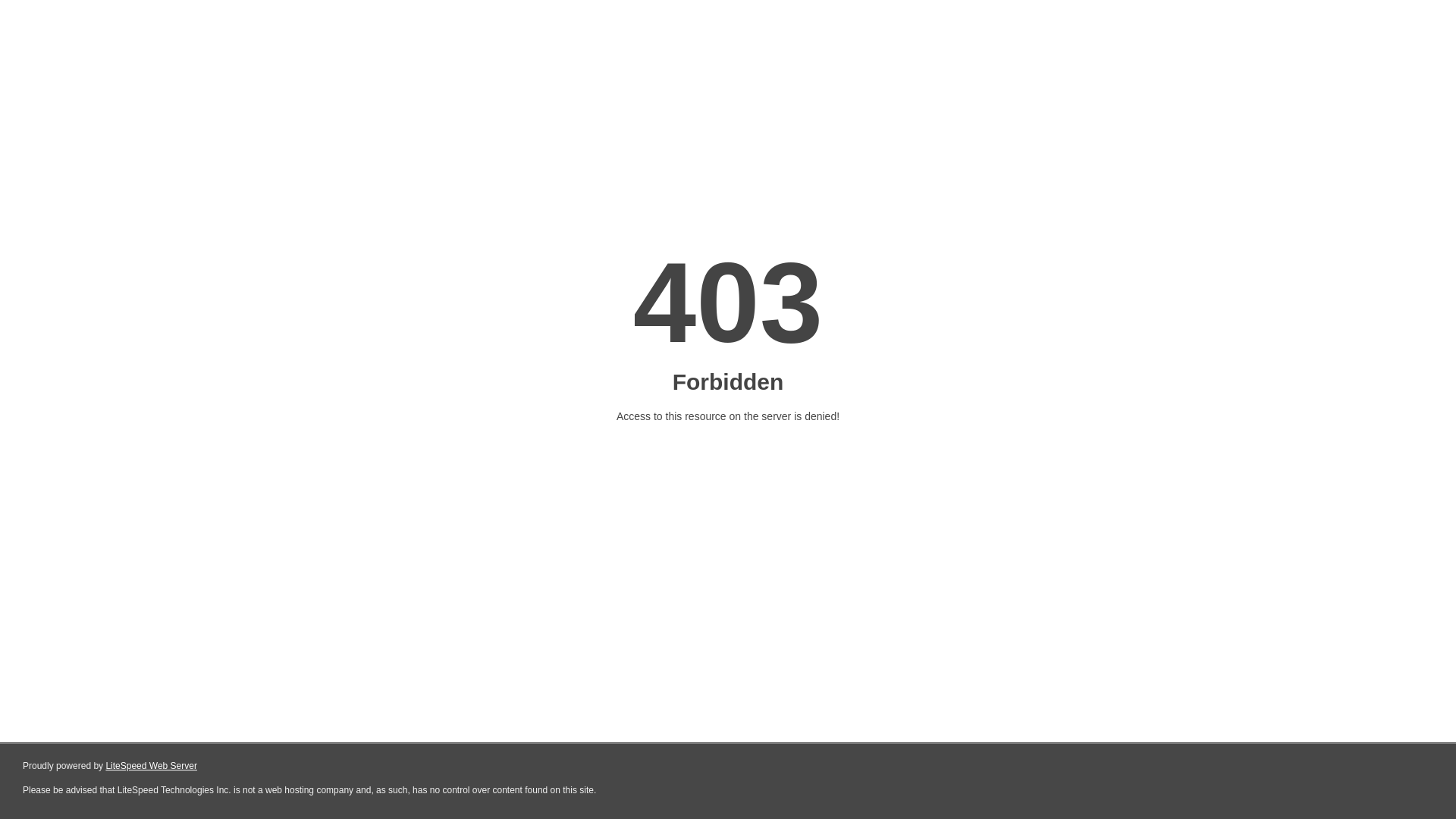 This screenshot has width=1456, height=819. Describe the element at coordinates (151, 766) in the screenshot. I see `'LiteSpeed Web Server'` at that location.